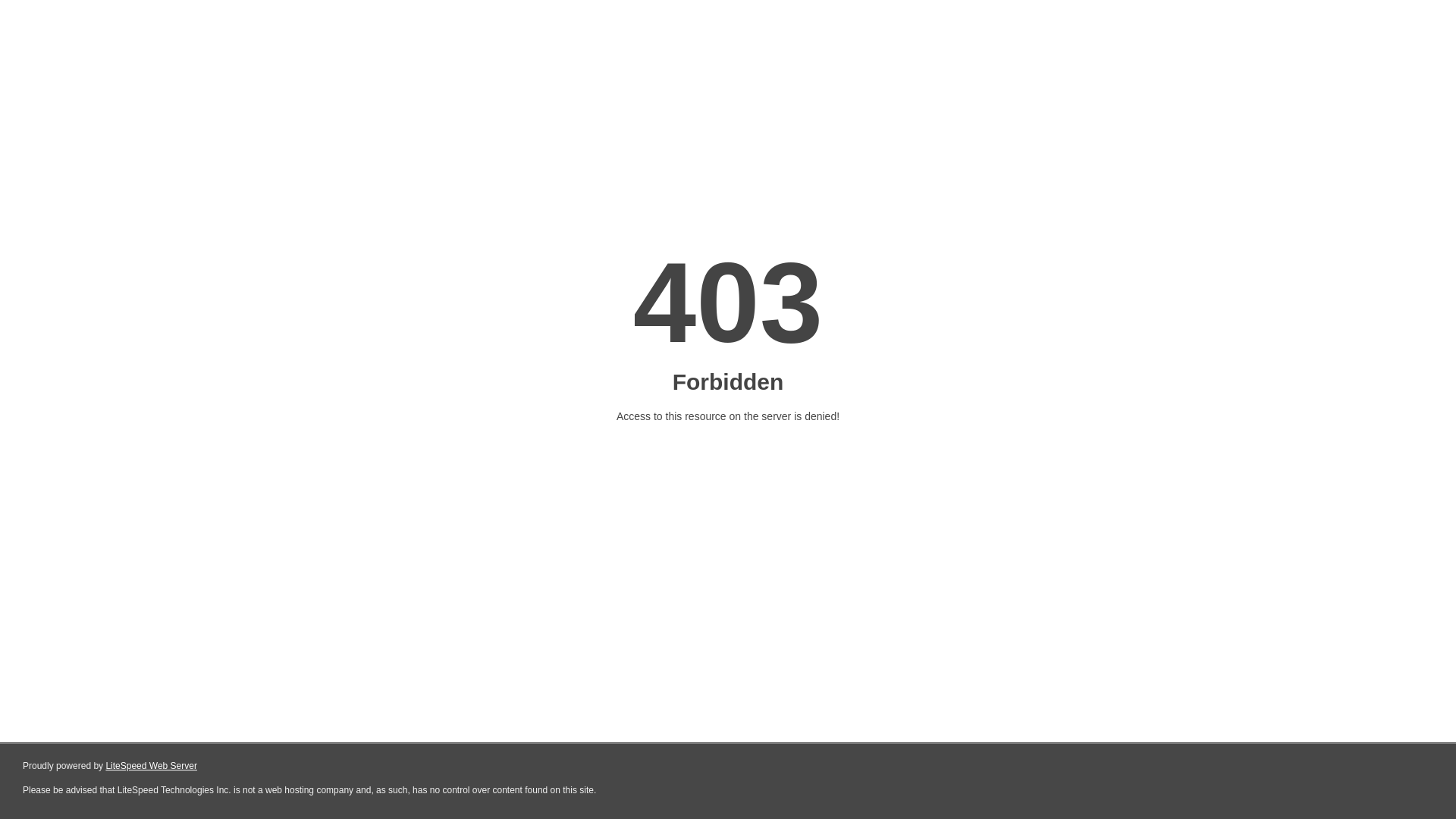 This screenshot has width=1456, height=819. Describe the element at coordinates (151, 766) in the screenshot. I see `'LiteSpeed Web Server'` at that location.